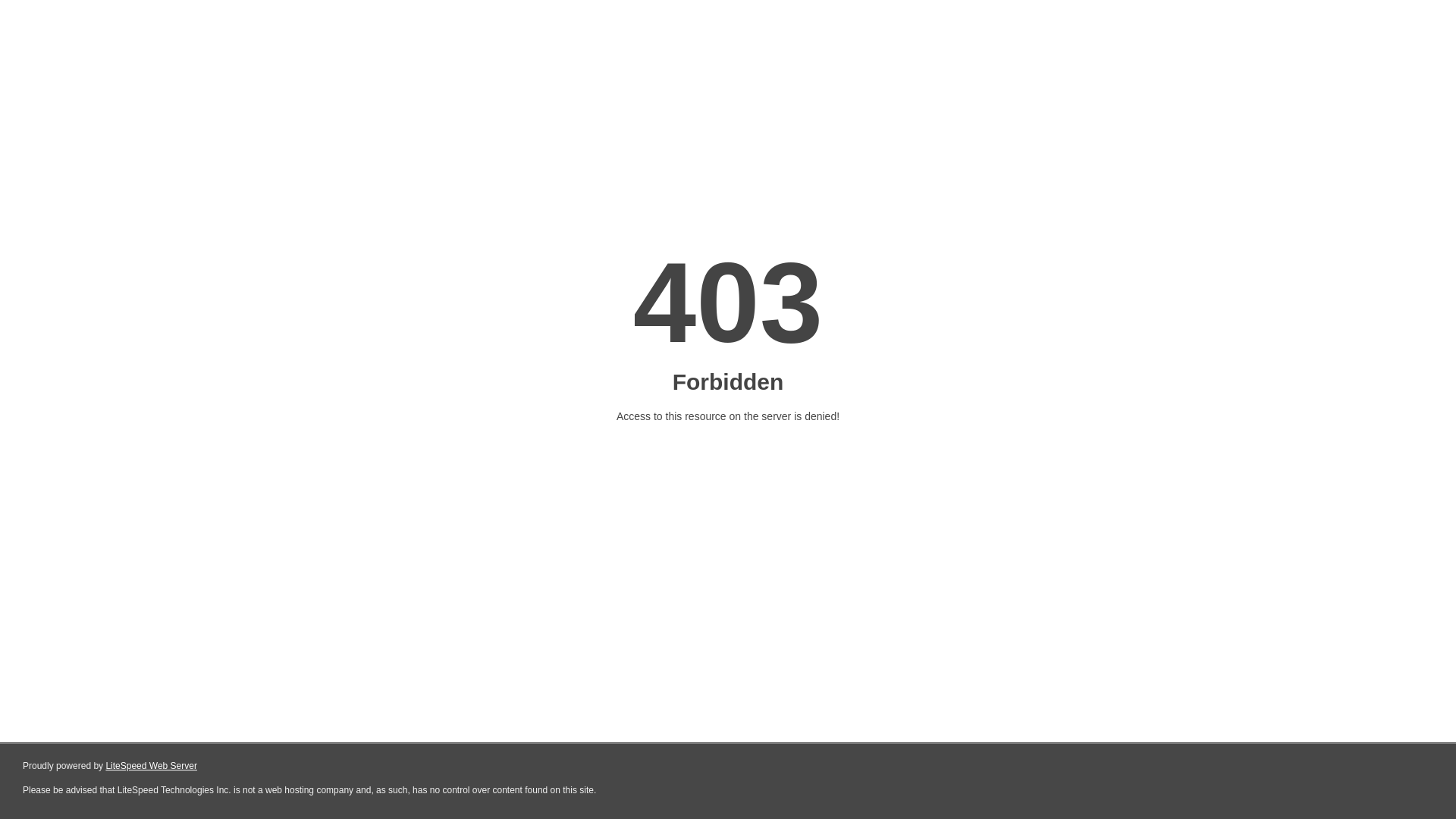 This screenshot has width=1456, height=819. Describe the element at coordinates (151, 766) in the screenshot. I see `'LiteSpeed Web Server'` at that location.